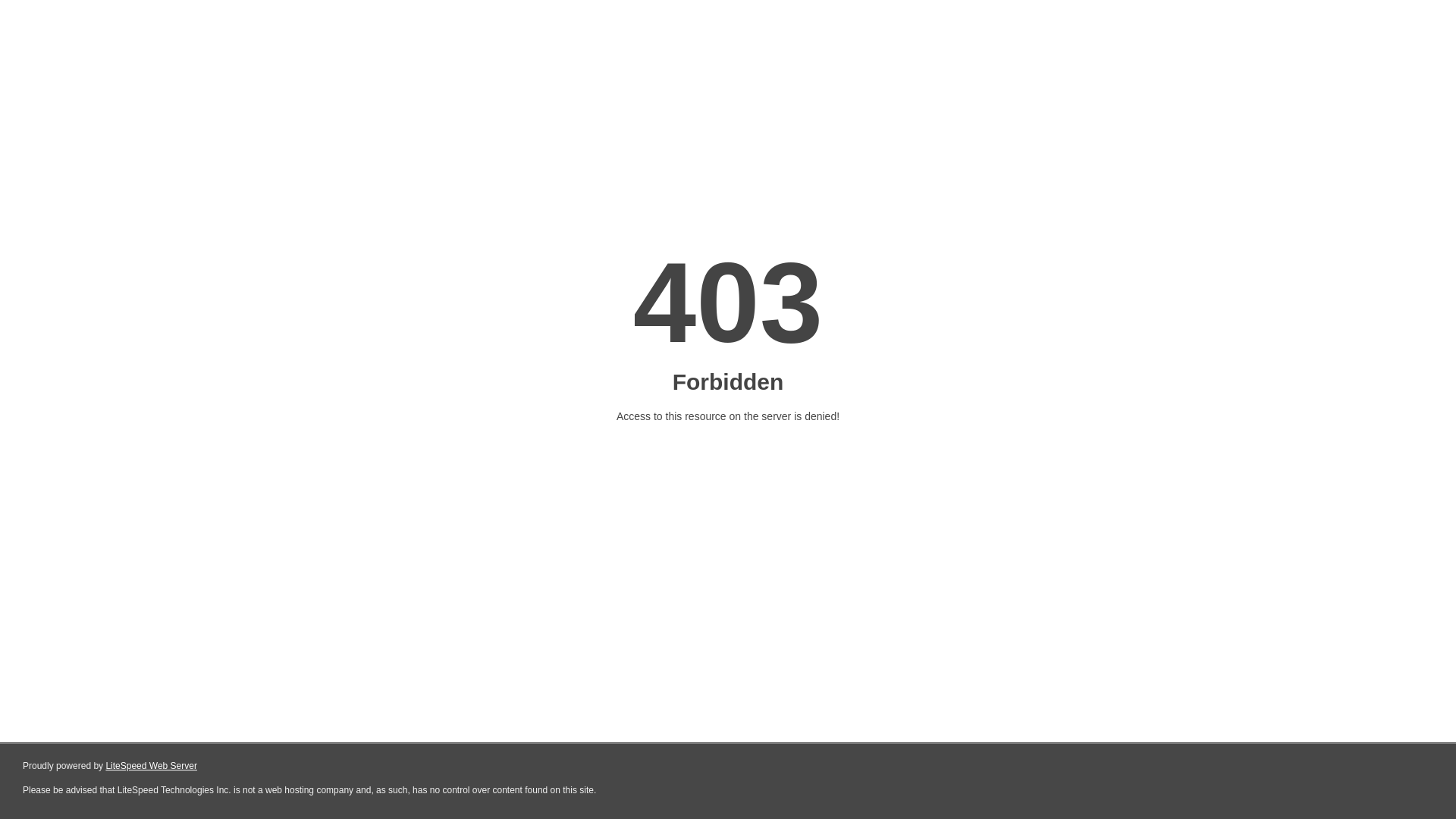 This screenshot has width=1456, height=819. Describe the element at coordinates (151, 766) in the screenshot. I see `'LiteSpeed Web Server'` at that location.